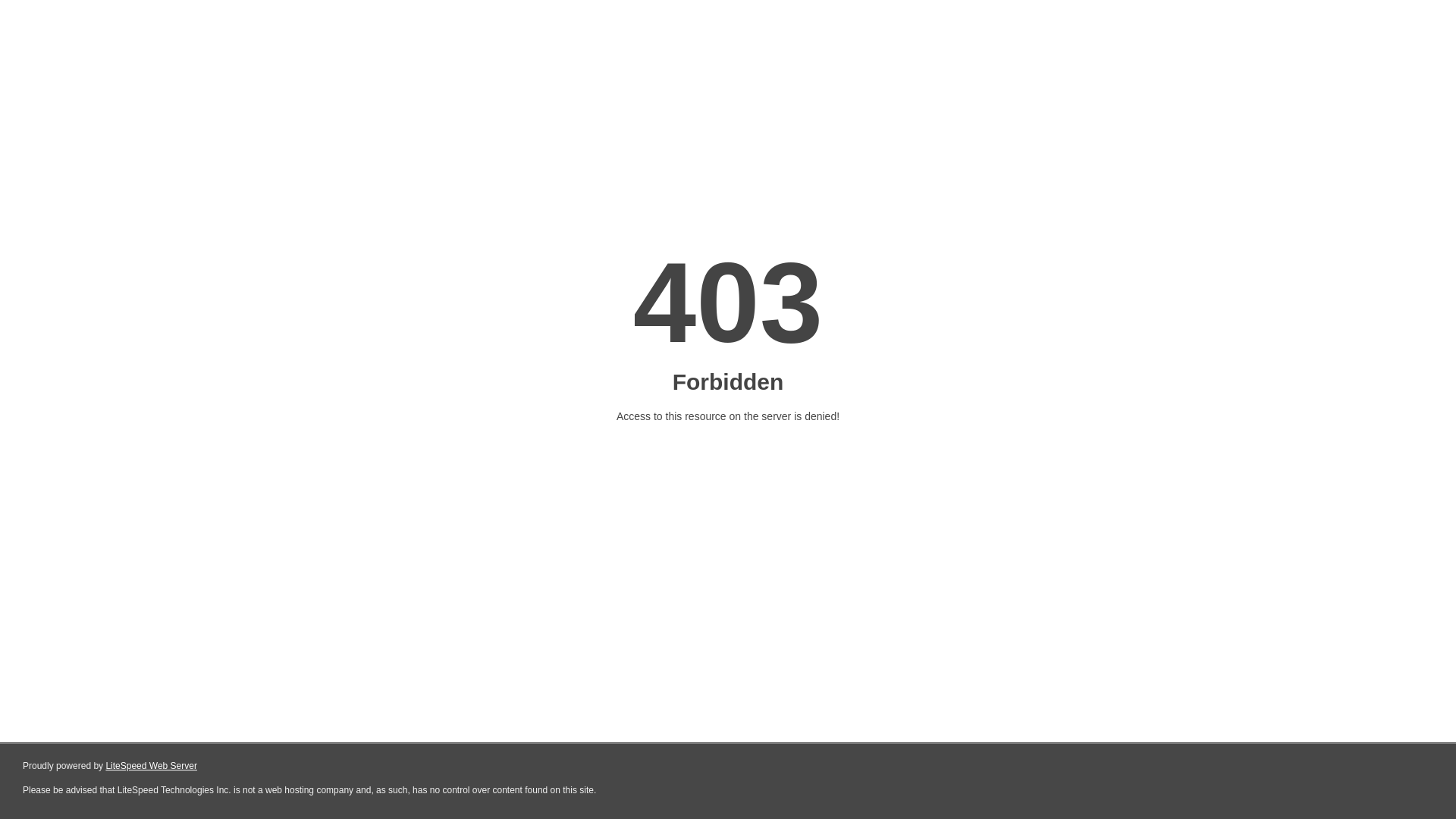 This screenshot has width=1456, height=819. Describe the element at coordinates (151, 766) in the screenshot. I see `'LiteSpeed Web Server'` at that location.